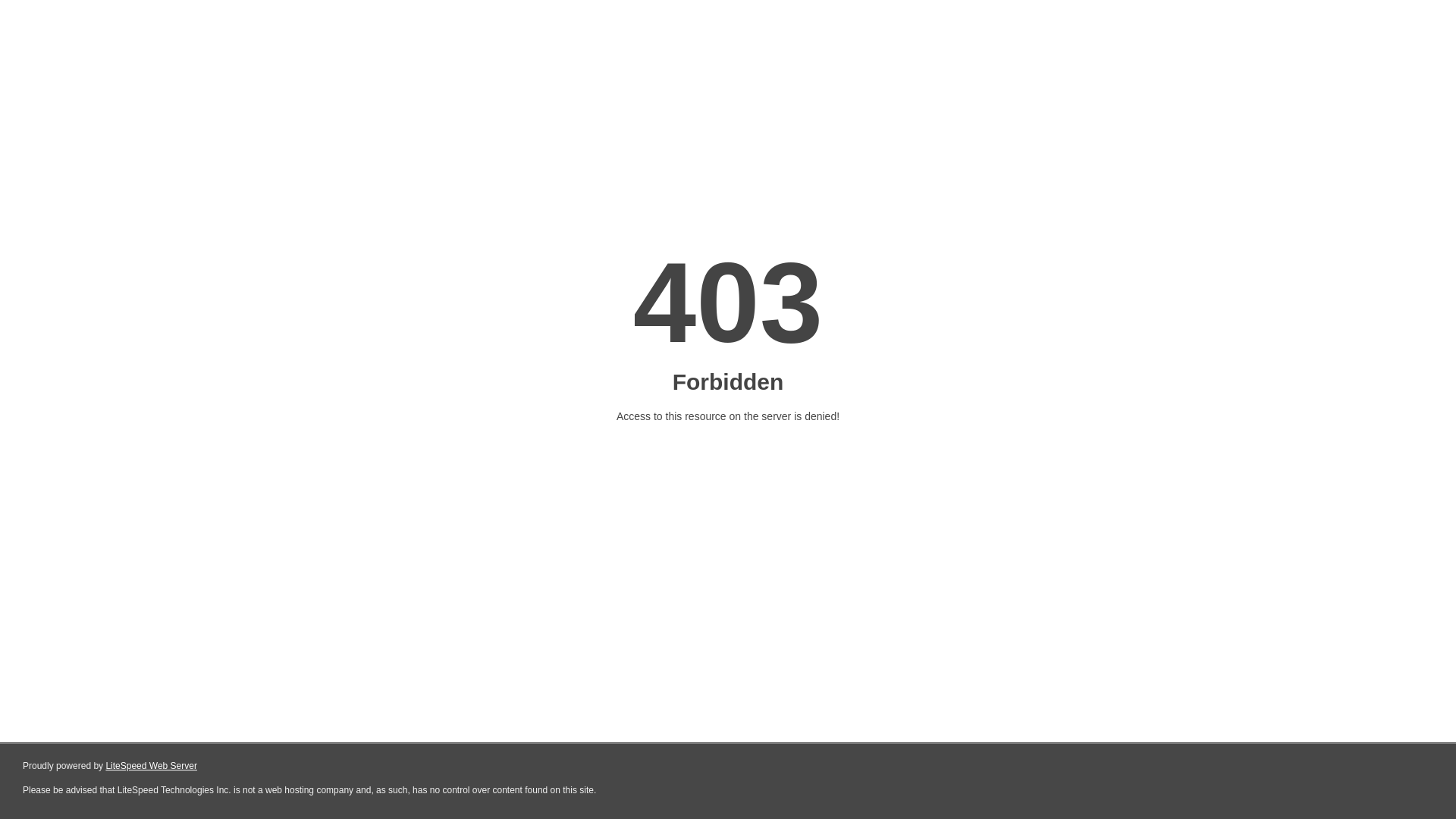 This screenshot has width=1456, height=819. Describe the element at coordinates (151, 766) in the screenshot. I see `'LiteSpeed Web Server'` at that location.